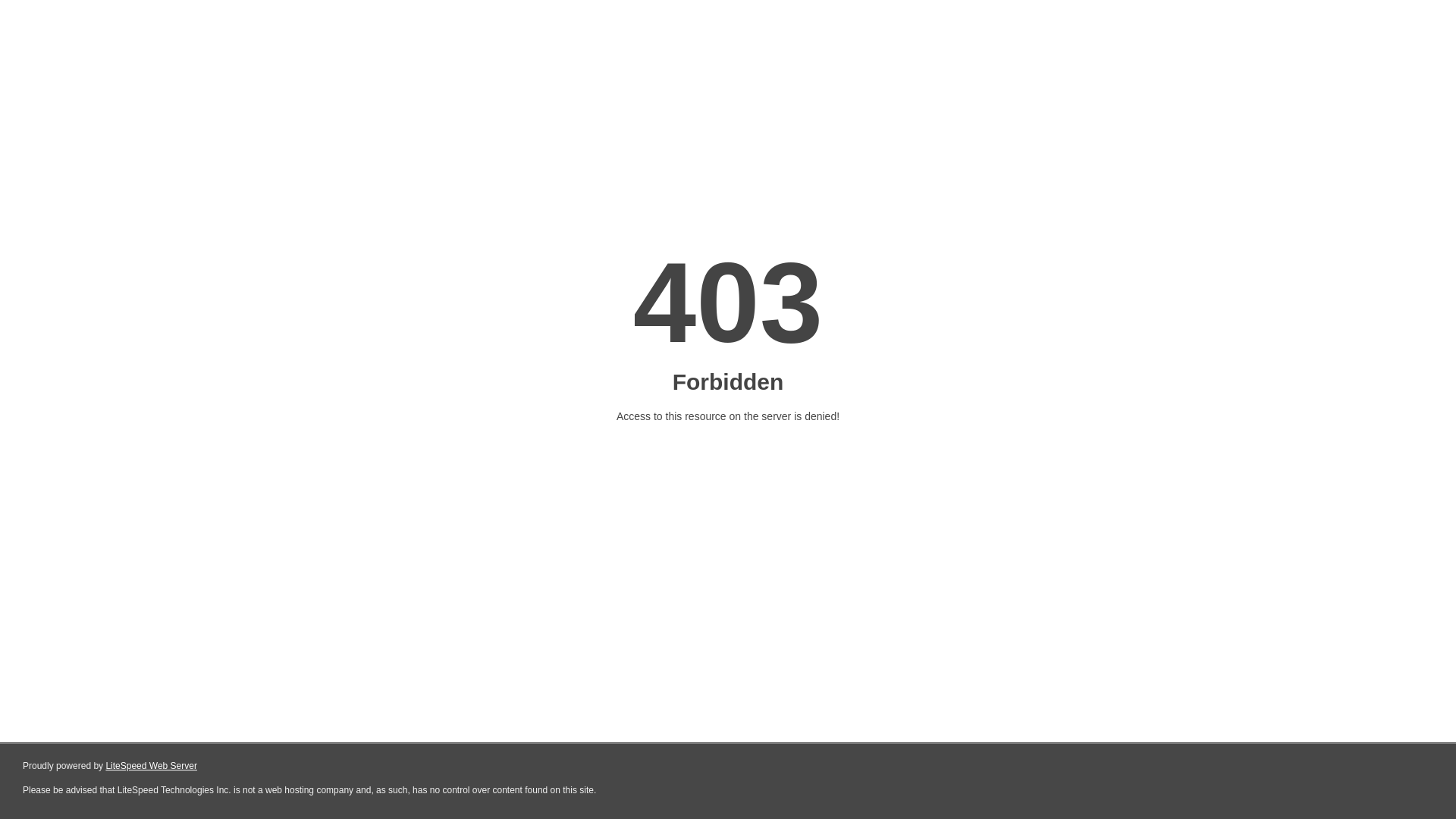 This screenshot has width=1456, height=819. Describe the element at coordinates (151, 766) in the screenshot. I see `'LiteSpeed Web Server'` at that location.